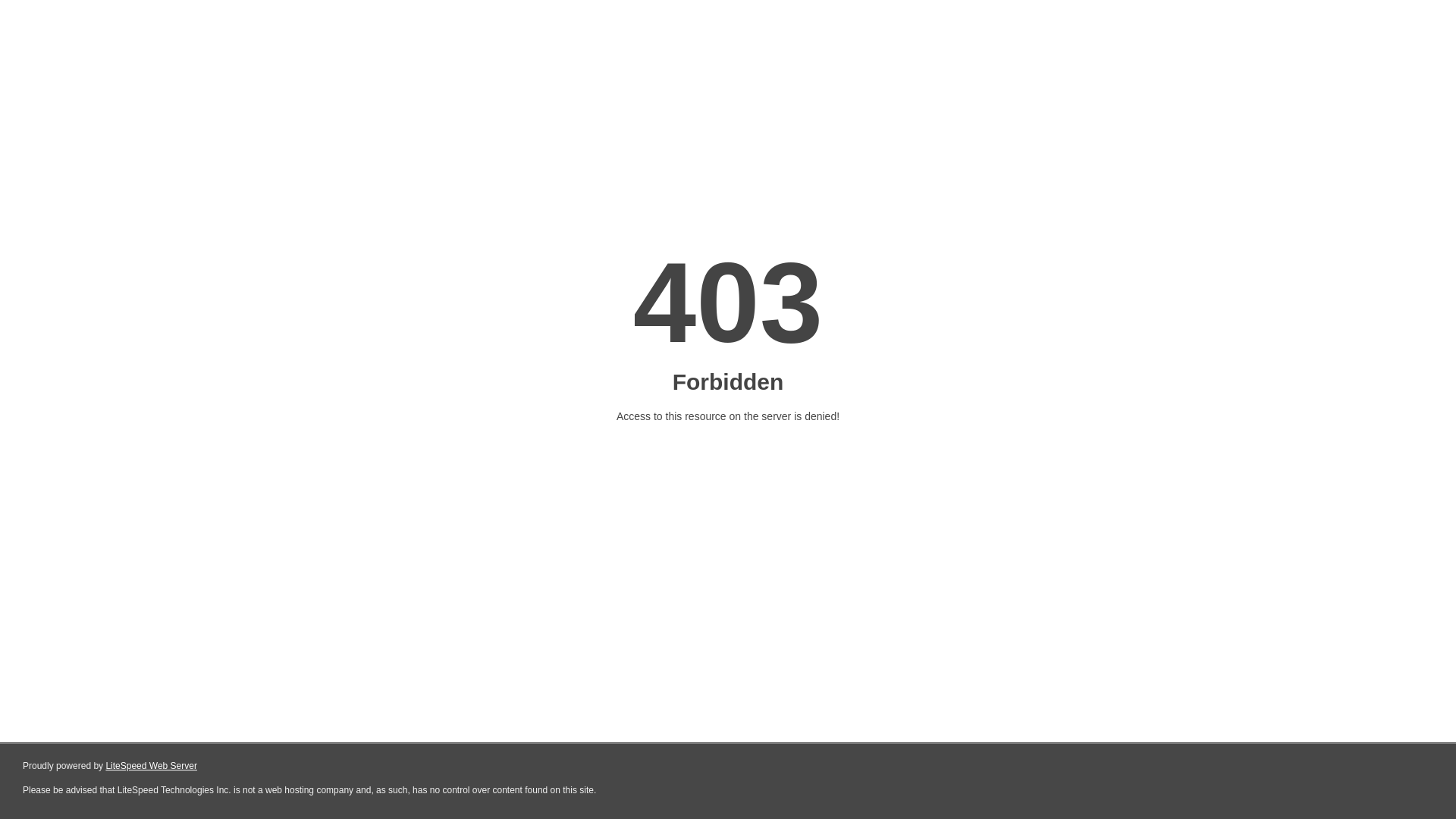 This screenshot has width=1456, height=819. Describe the element at coordinates (151, 766) in the screenshot. I see `'LiteSpeed Web Server'` at that location.